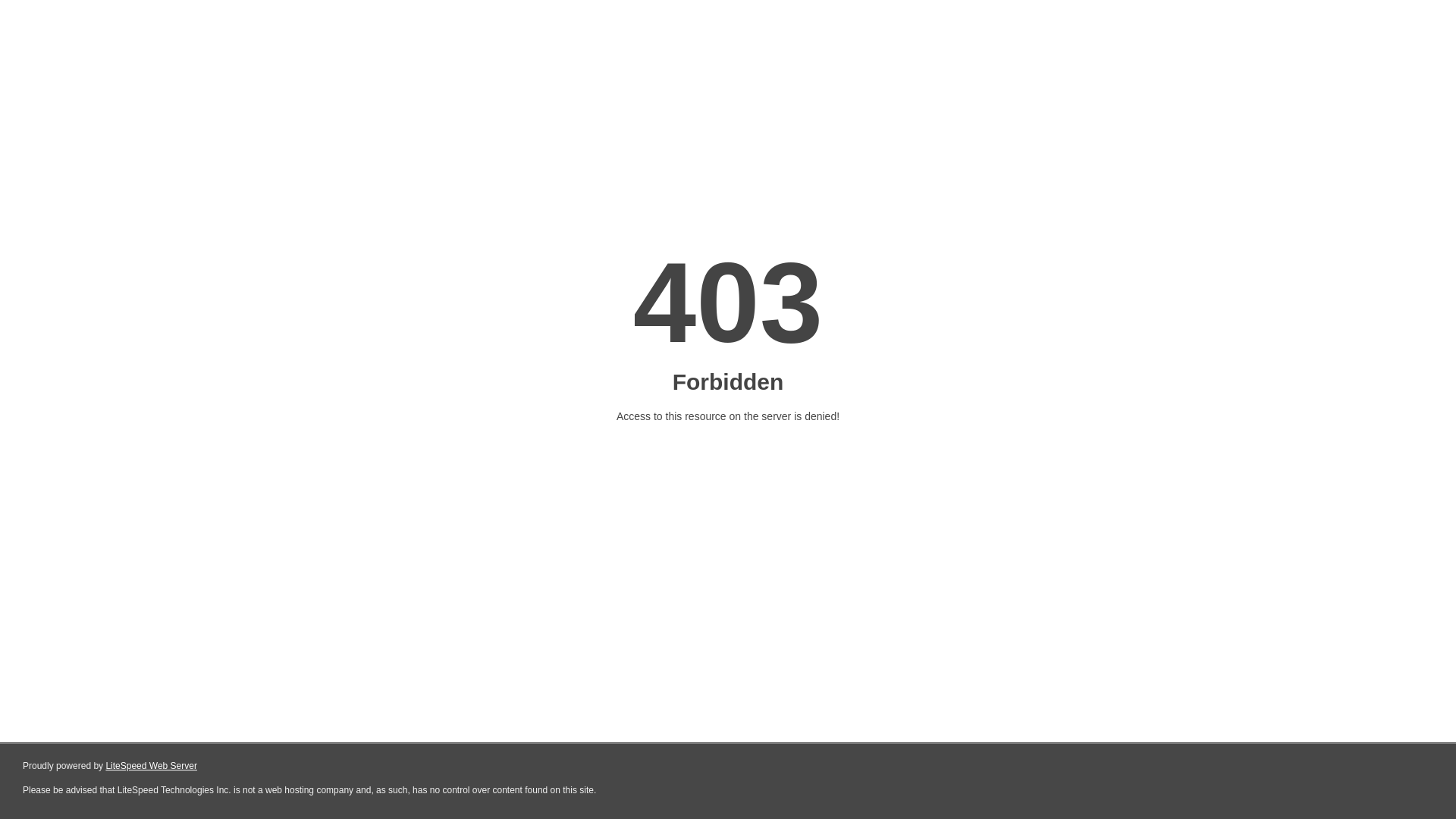 This screenshot has width=1456, height=819. Describe the element at coordinates (151, 766) in the screenshot. I see `'LiteSpeed Web Server'` at that location.